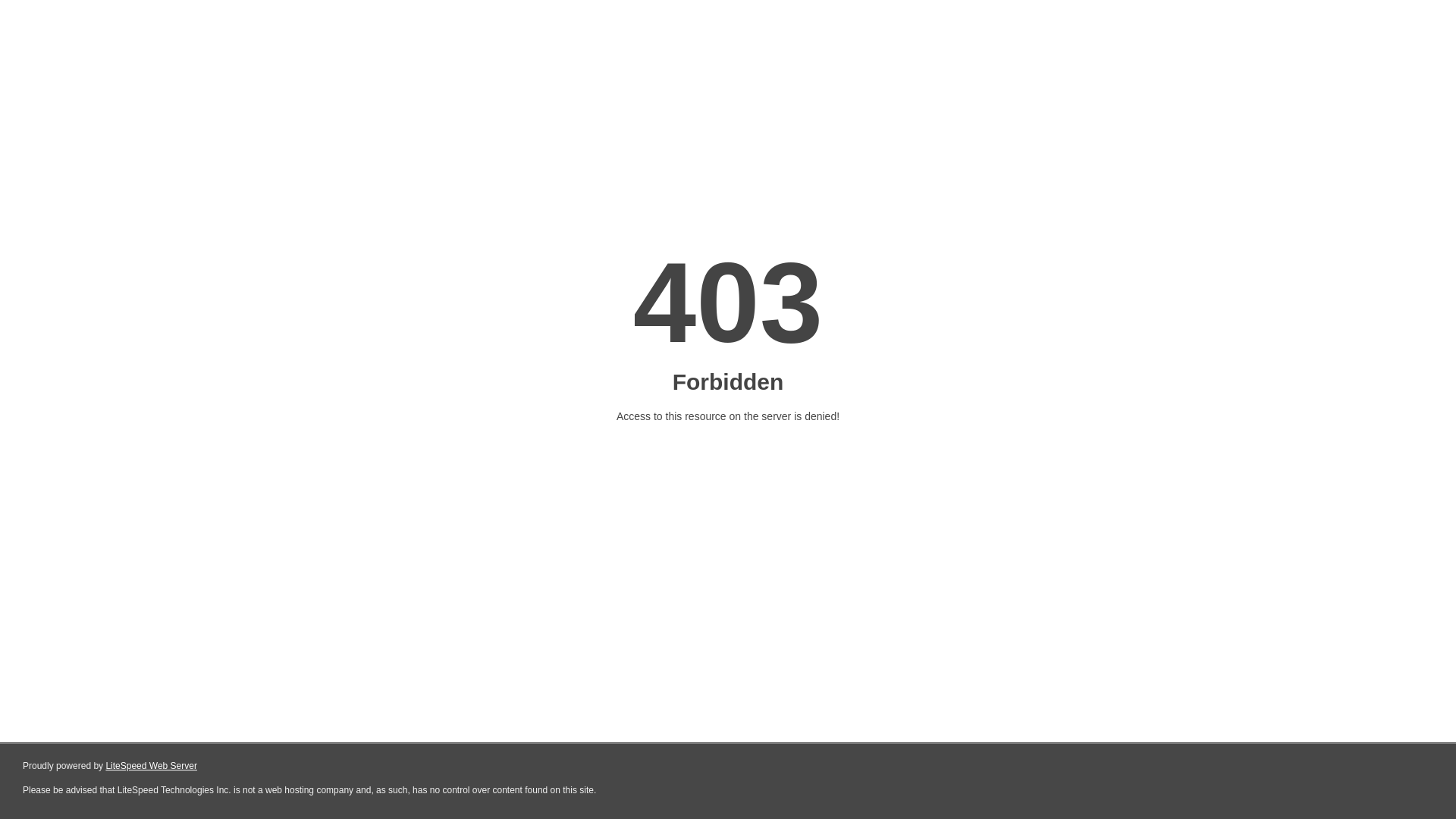 This screenshot has width=1456, height=819. Describe the element at coordinates (151, 766) in the screenshot. I see `'LiteSpeed Web Server'` at that location.